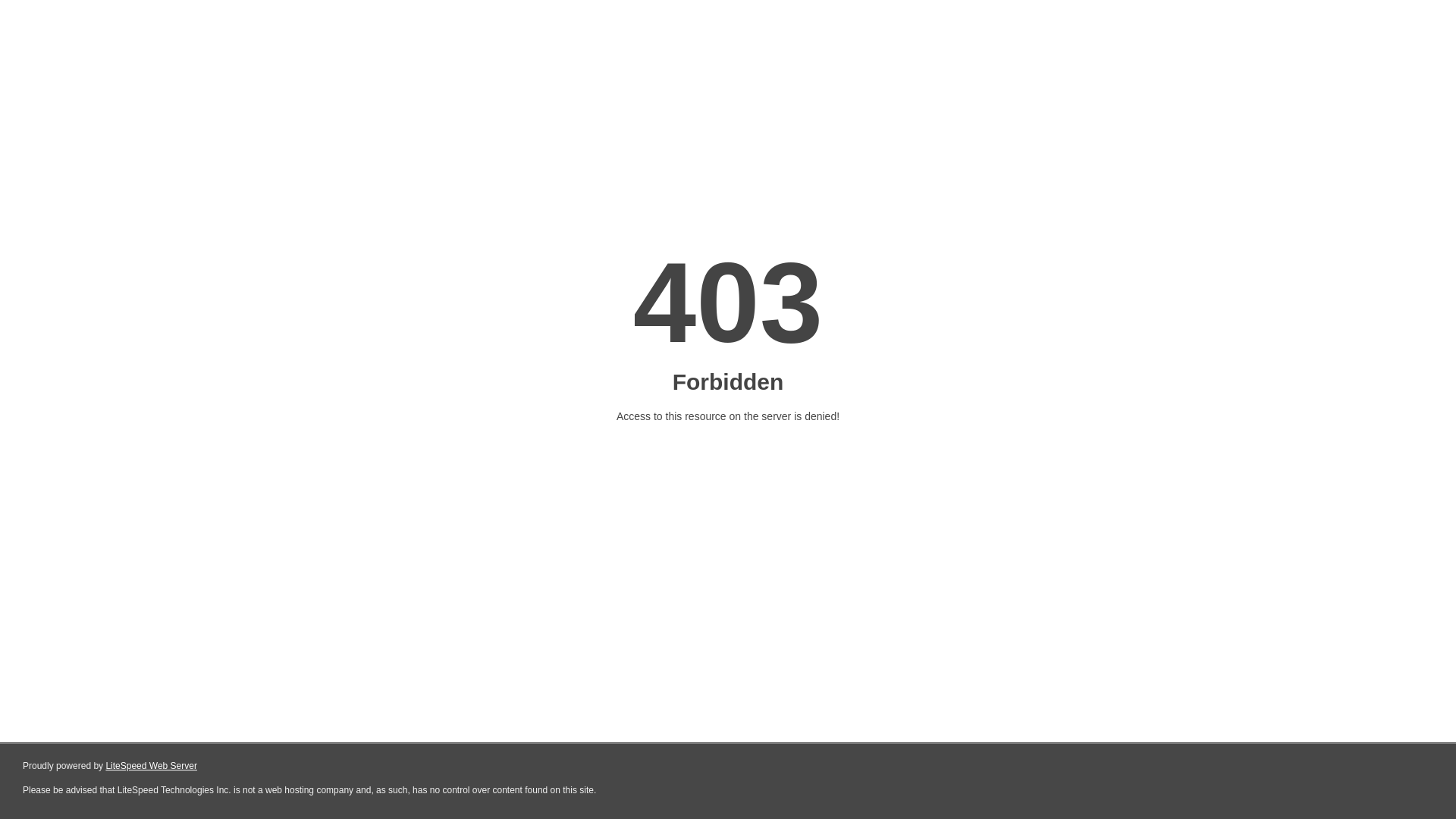 This screenshot has width=1456, height=819. Describe the element at coordinates (151, 766) in the screenshot. I see `'LiteSpeed Web Server'` at that location.